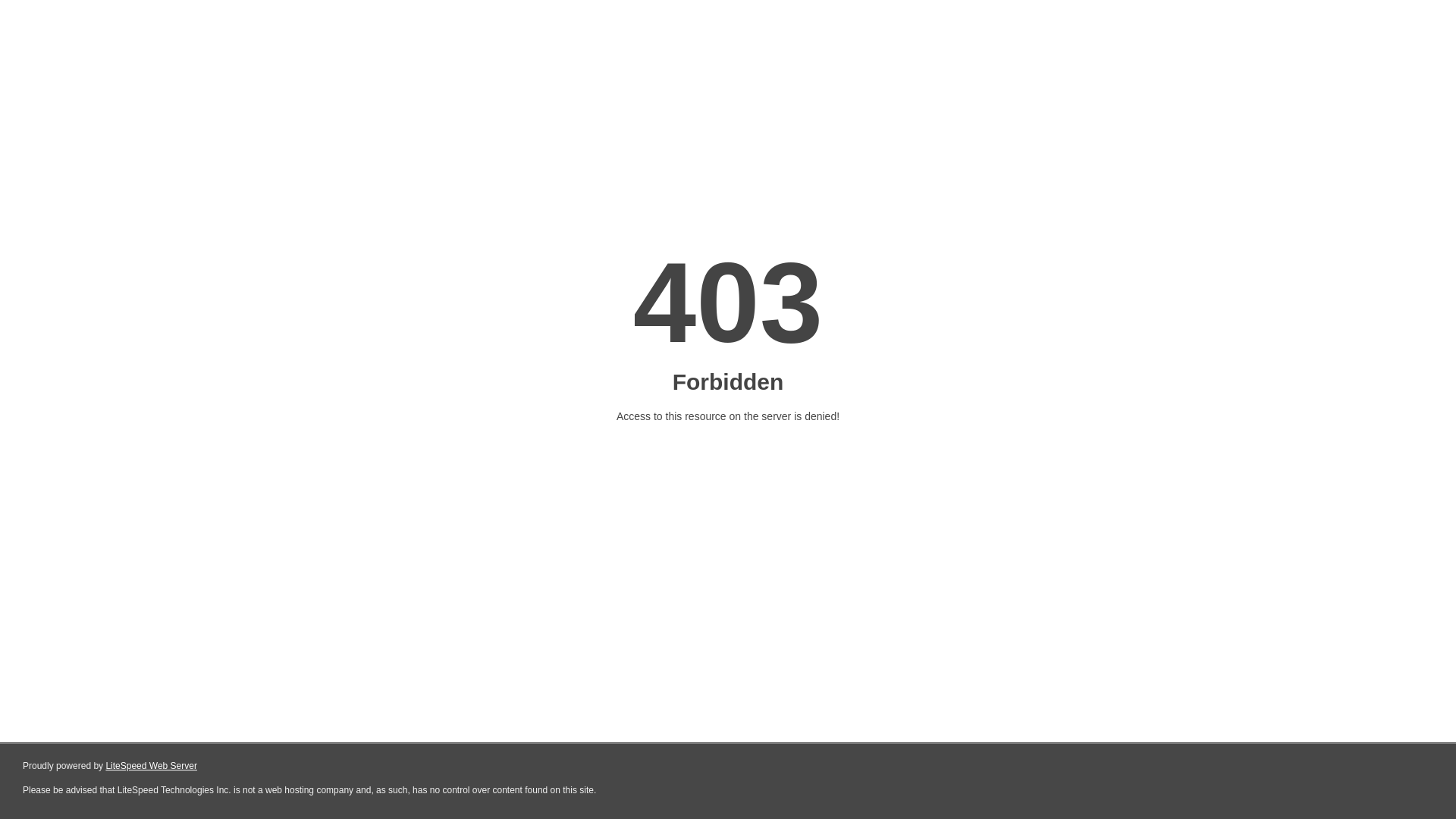 This screenshot has width=1456, height=819. Describe the element at coordinates (151, 766) in the screenshot. I see `'LiteSpeed Web Server'` at that location.